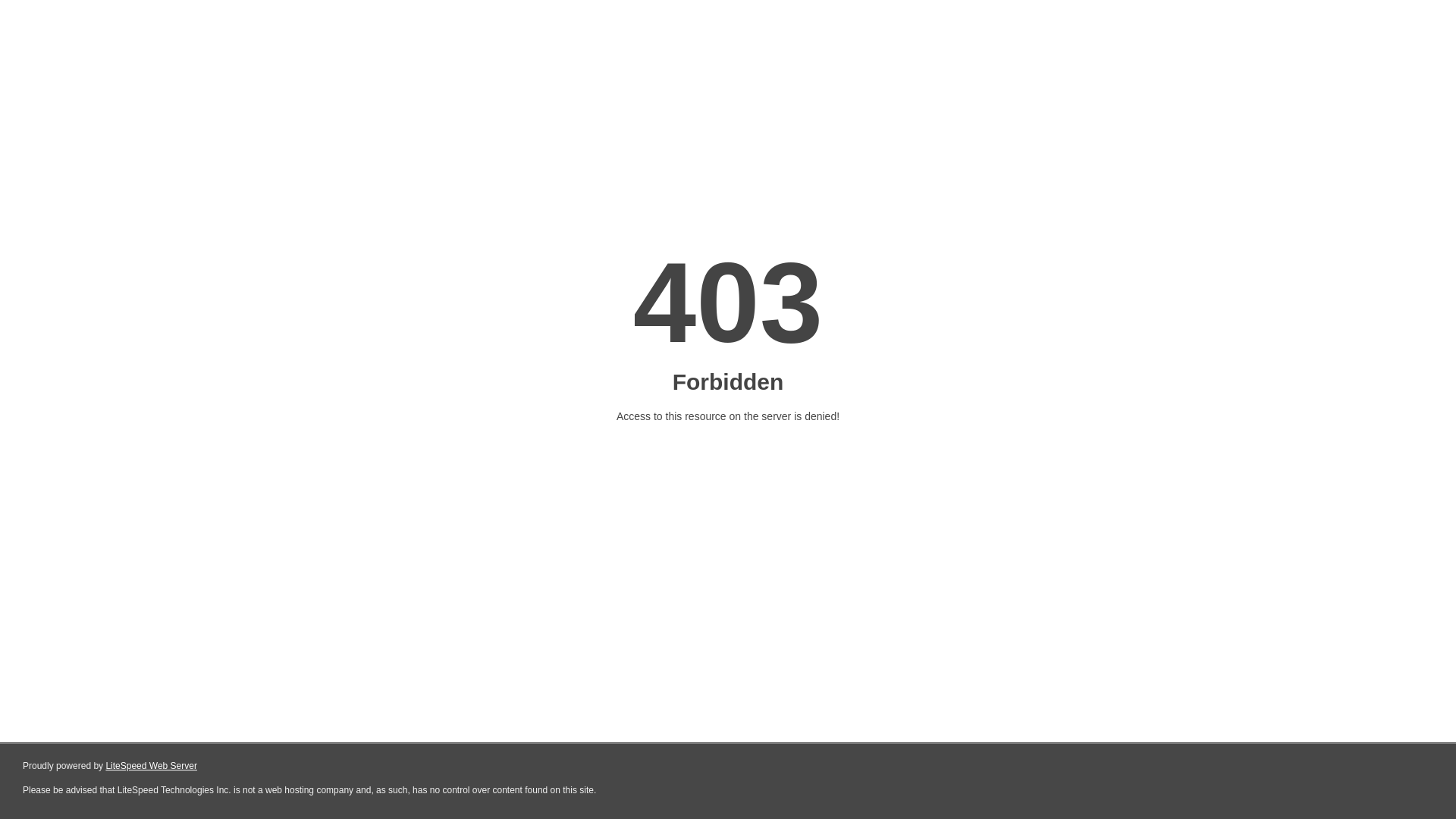 This screenshot has width=1456, height=819. Describe the element at coordinates (151, 766) in the screenshot. I see `'LiteSpeed Web Server'` at that location.